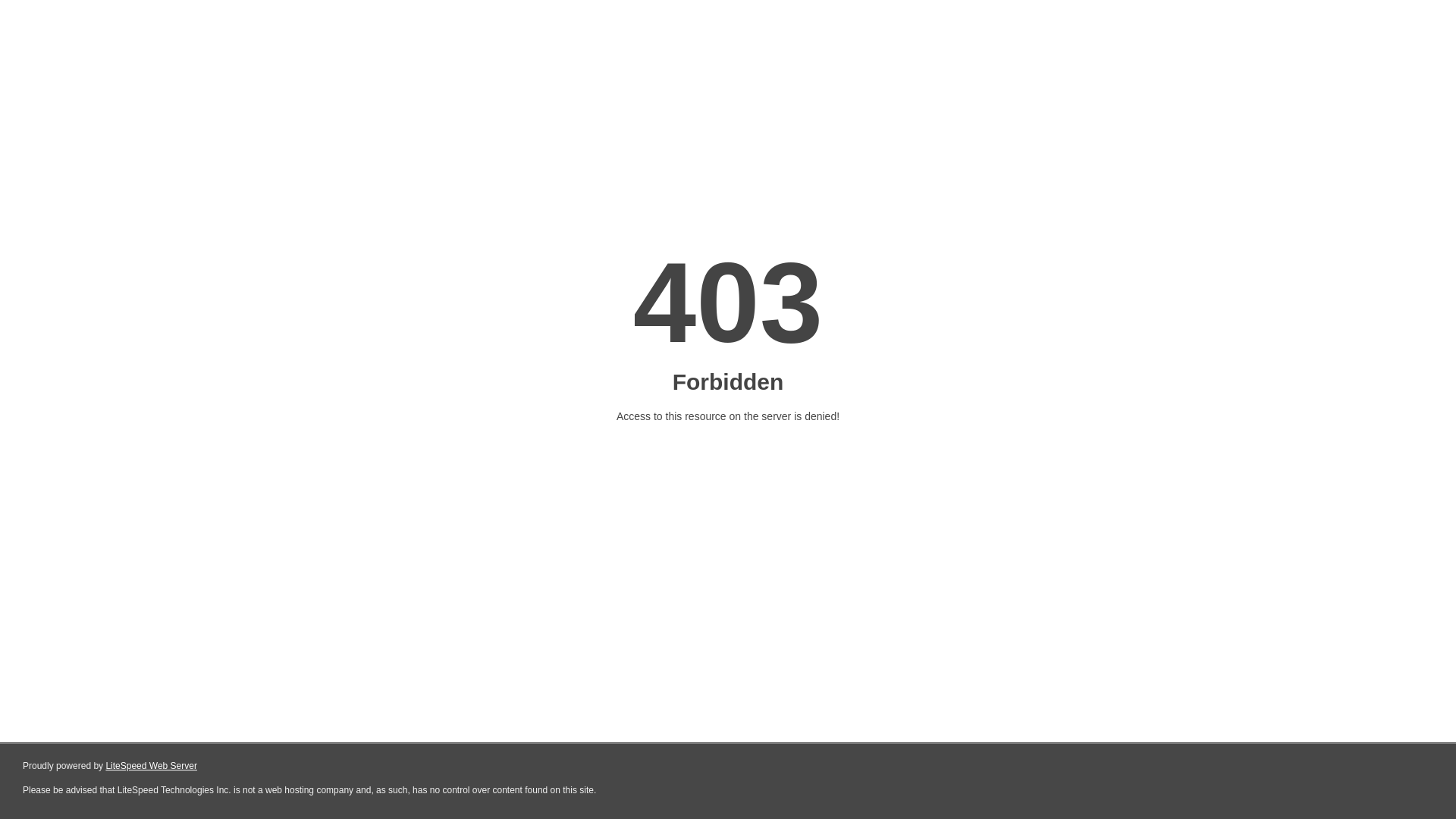 This screenshot has width=1456, height=819. Describe the element at coordinates (151, 766) in the screenshot. I see `'LiteSpeed Web Server'` at that location.